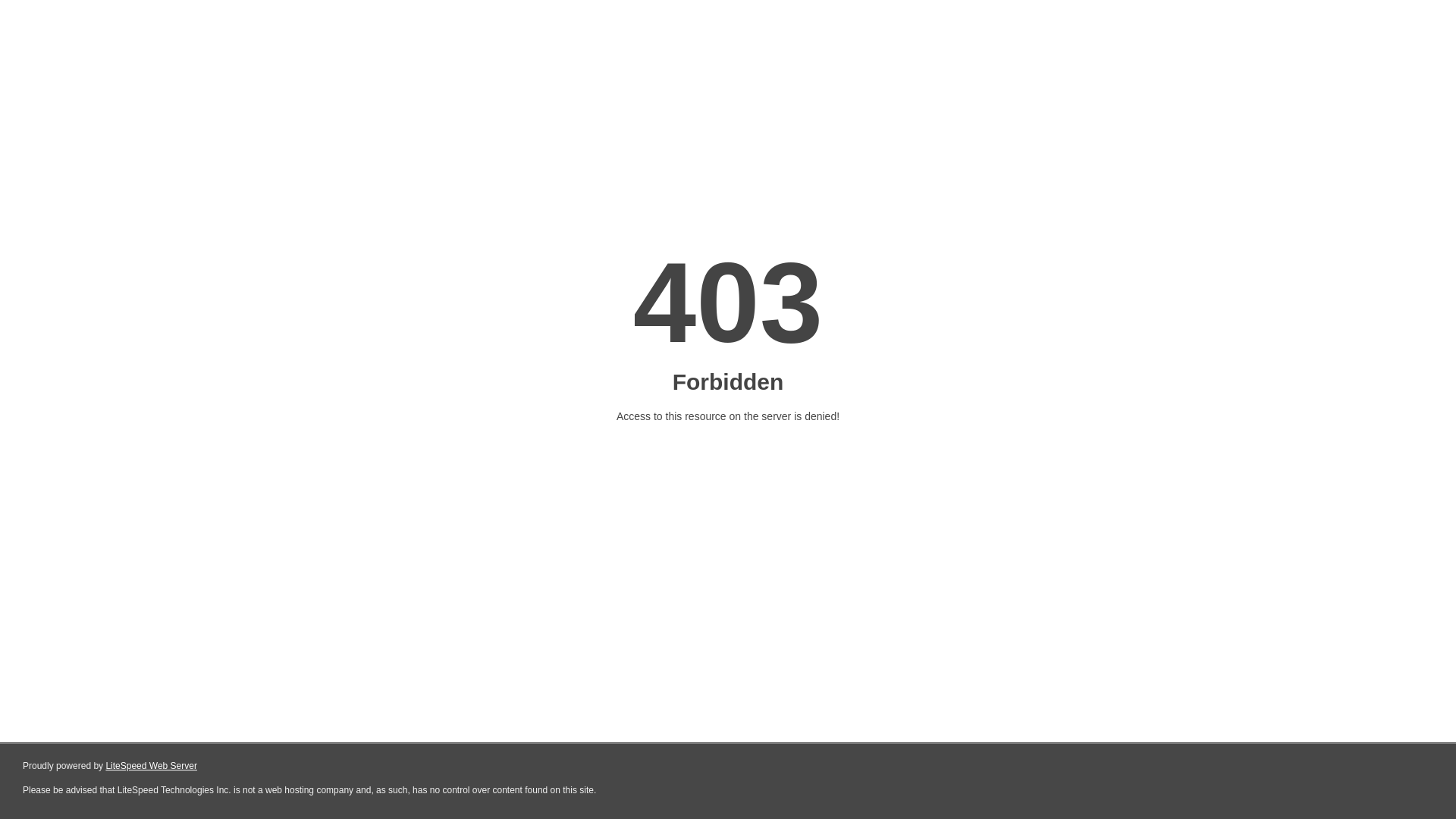 This screenshot has width=1456, height=819. Describe the element at coordinates (151, 766) in the screenshot. I see `'LiteSpeed Web Server'` at that location.